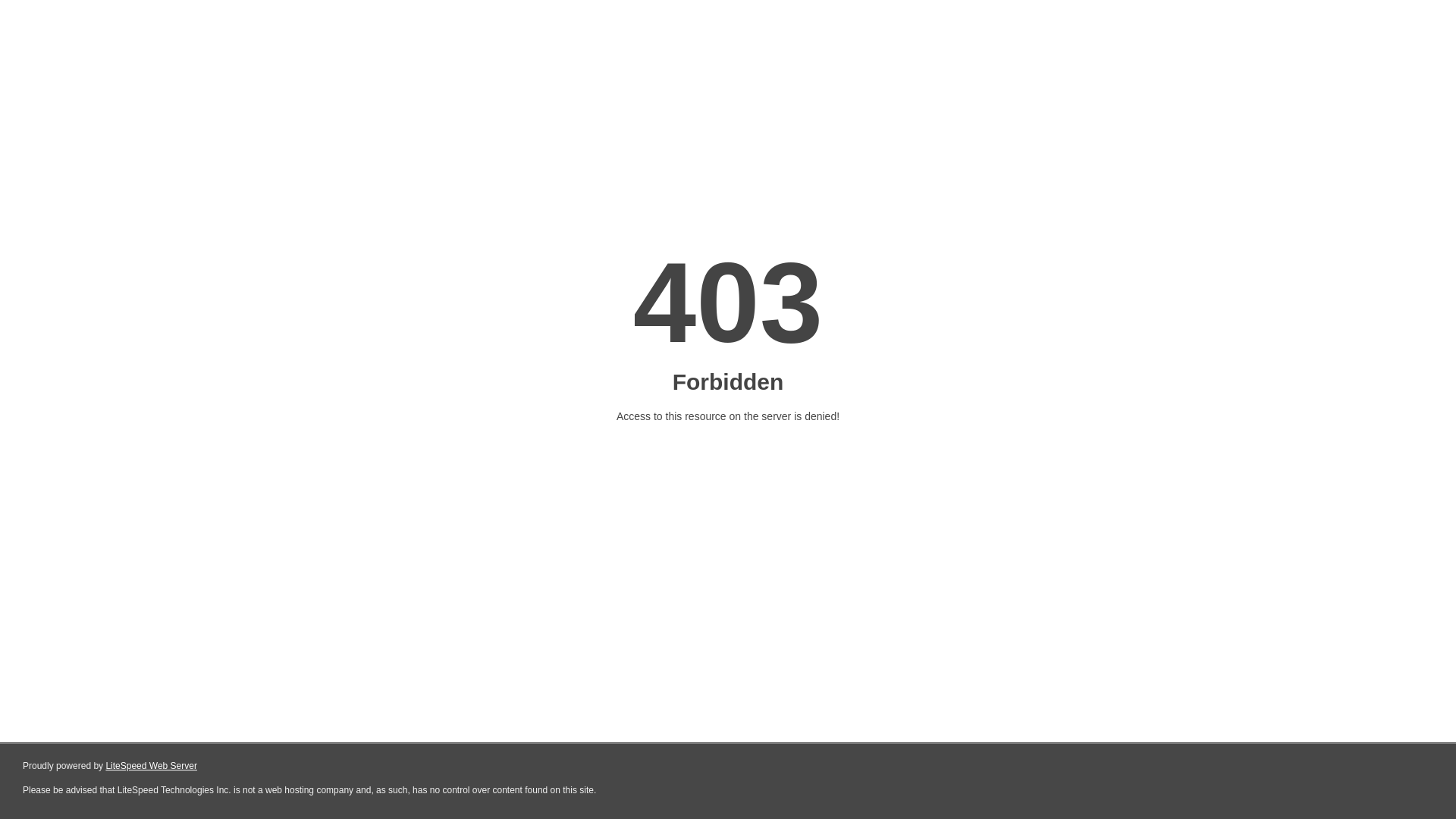 This screenshot has width=1456, height=819. Describe the element at coordinates (151, 766) in the screenshot. I see `'LiteSpeed Web Server'` at that location.